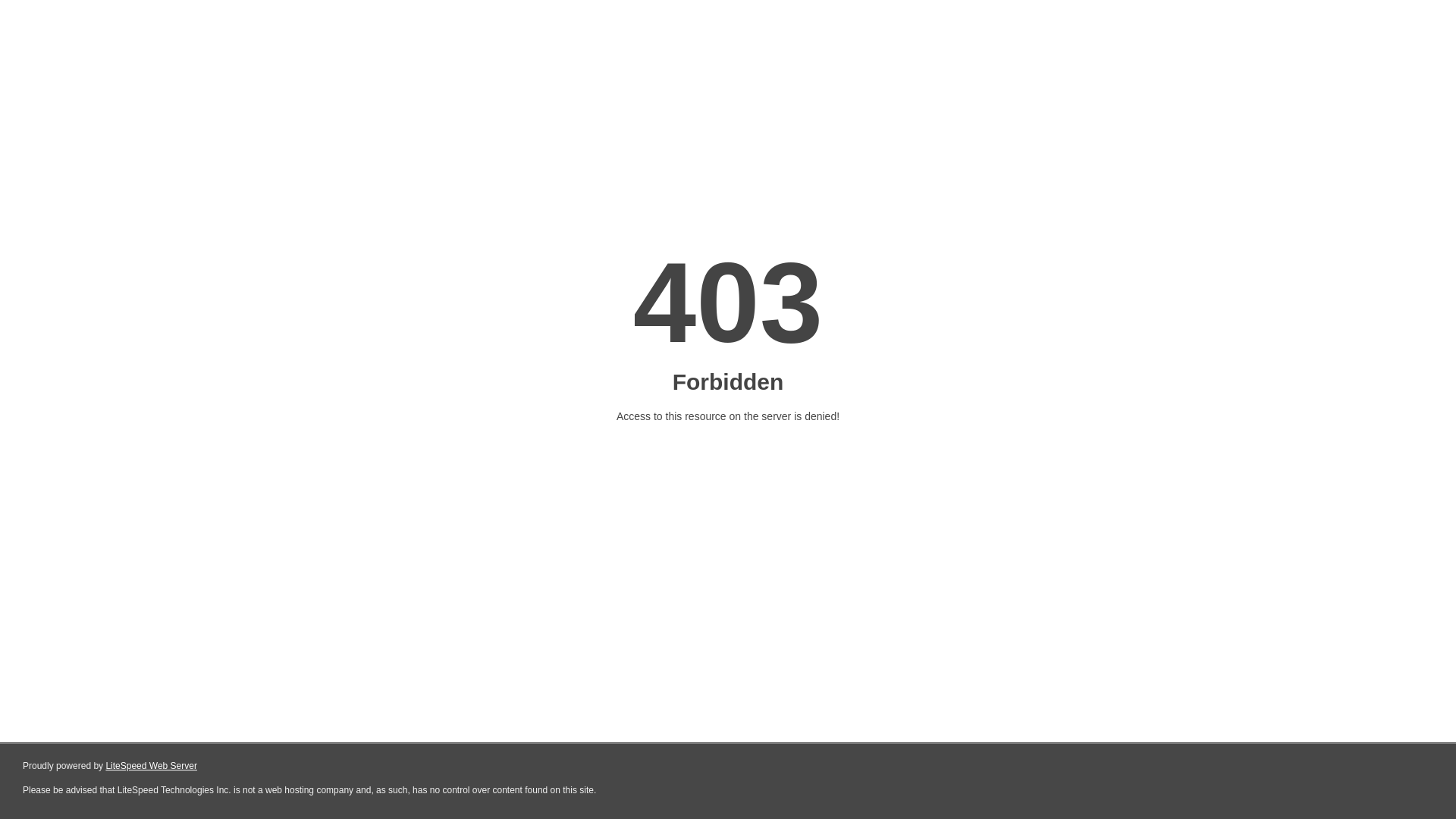 This screenshot has width=1456, height=819. Describe the element at coordinates (151, 766) in the screenshot. I see `'LiteSpeed Web Server'` at that location.